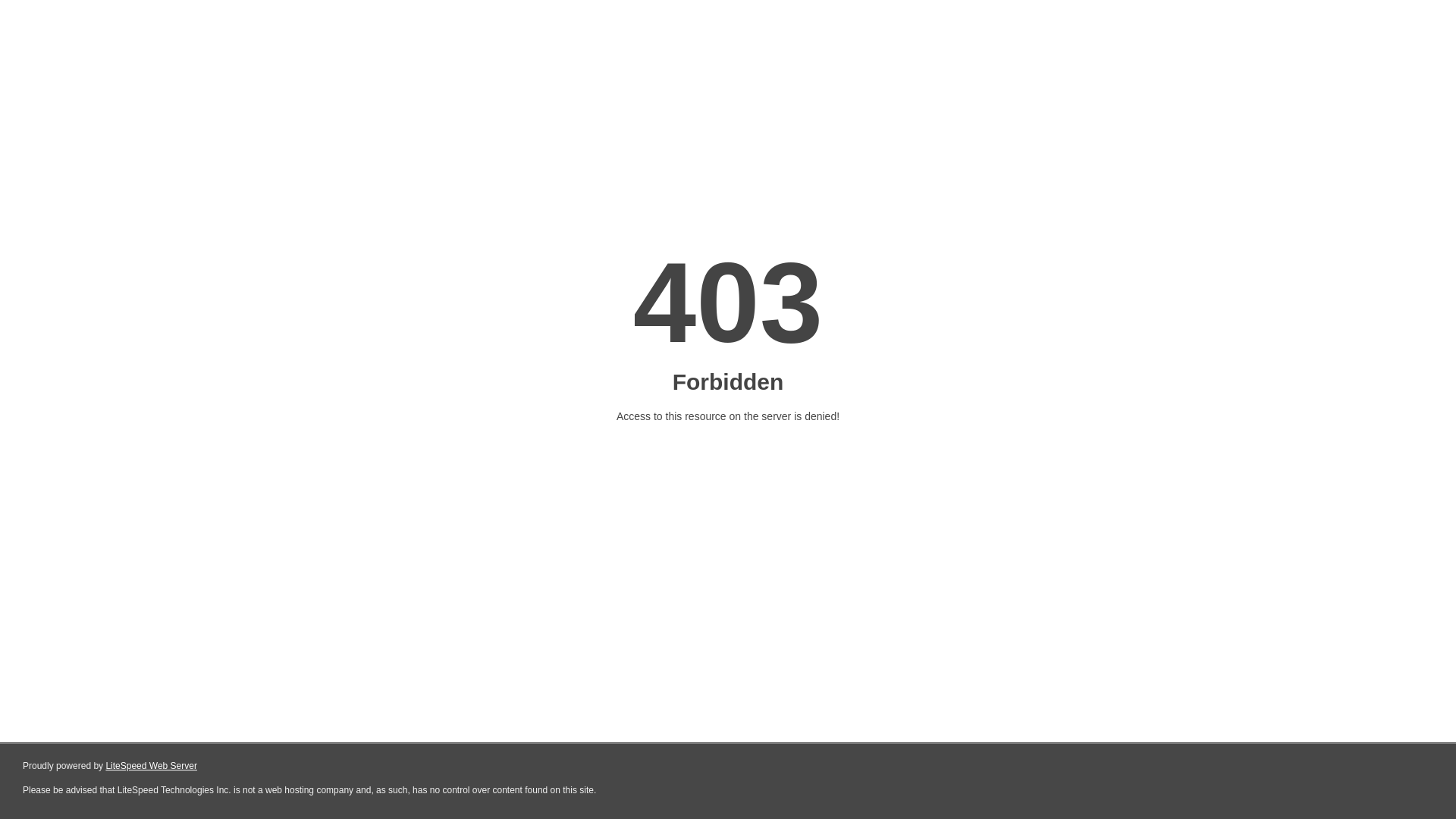 This screenshot has width=1456, height=819. Describe the element at coordinates (151, 766) in the screenshot. I see `'LiteSpeed Web Server'` at that location.